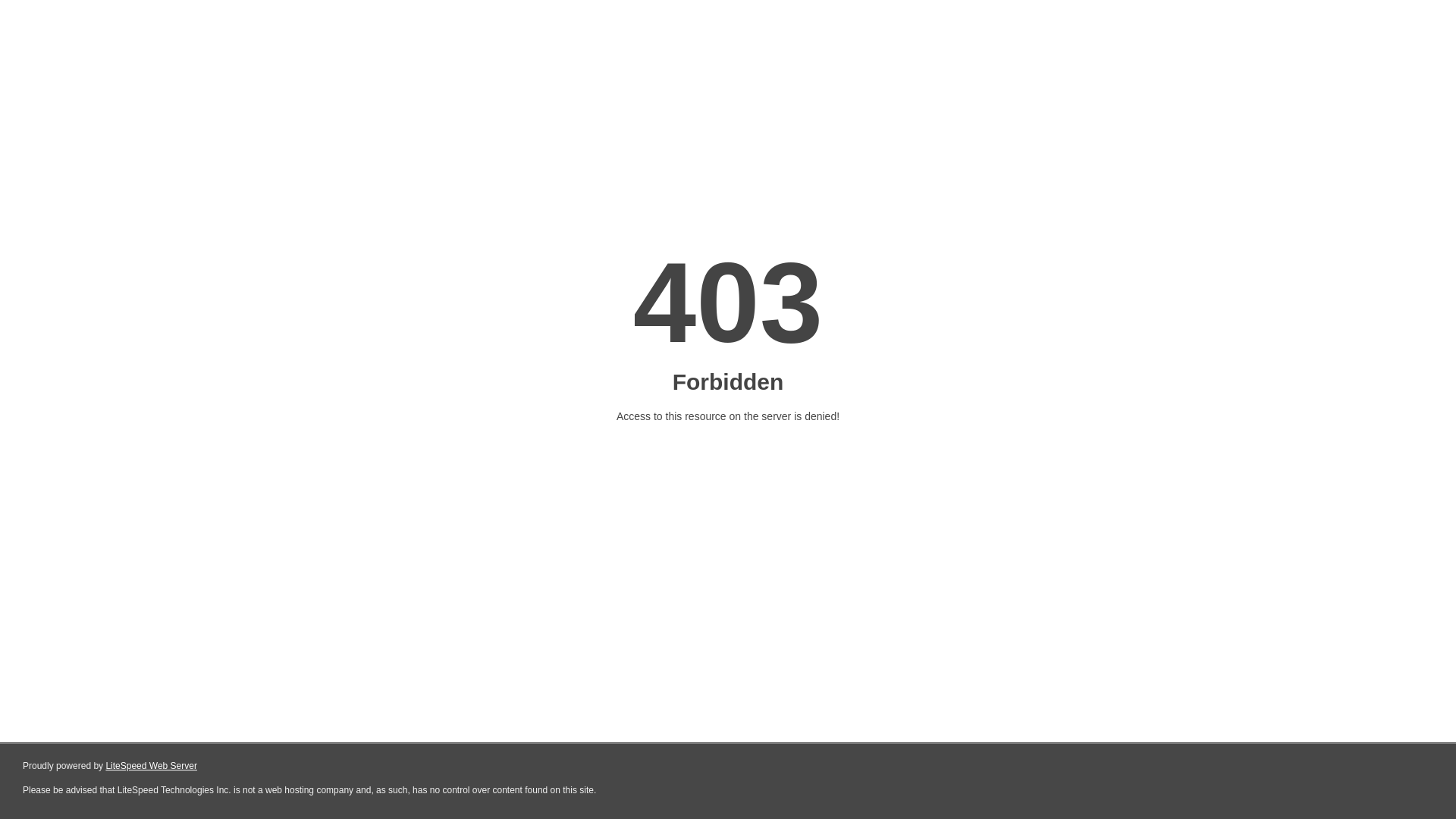 This screenshot has width=1456, height=819. Describe the element at coordinates (151, 766) in the screenshot. I see `'LiteSpeed Web Server'` at that location.